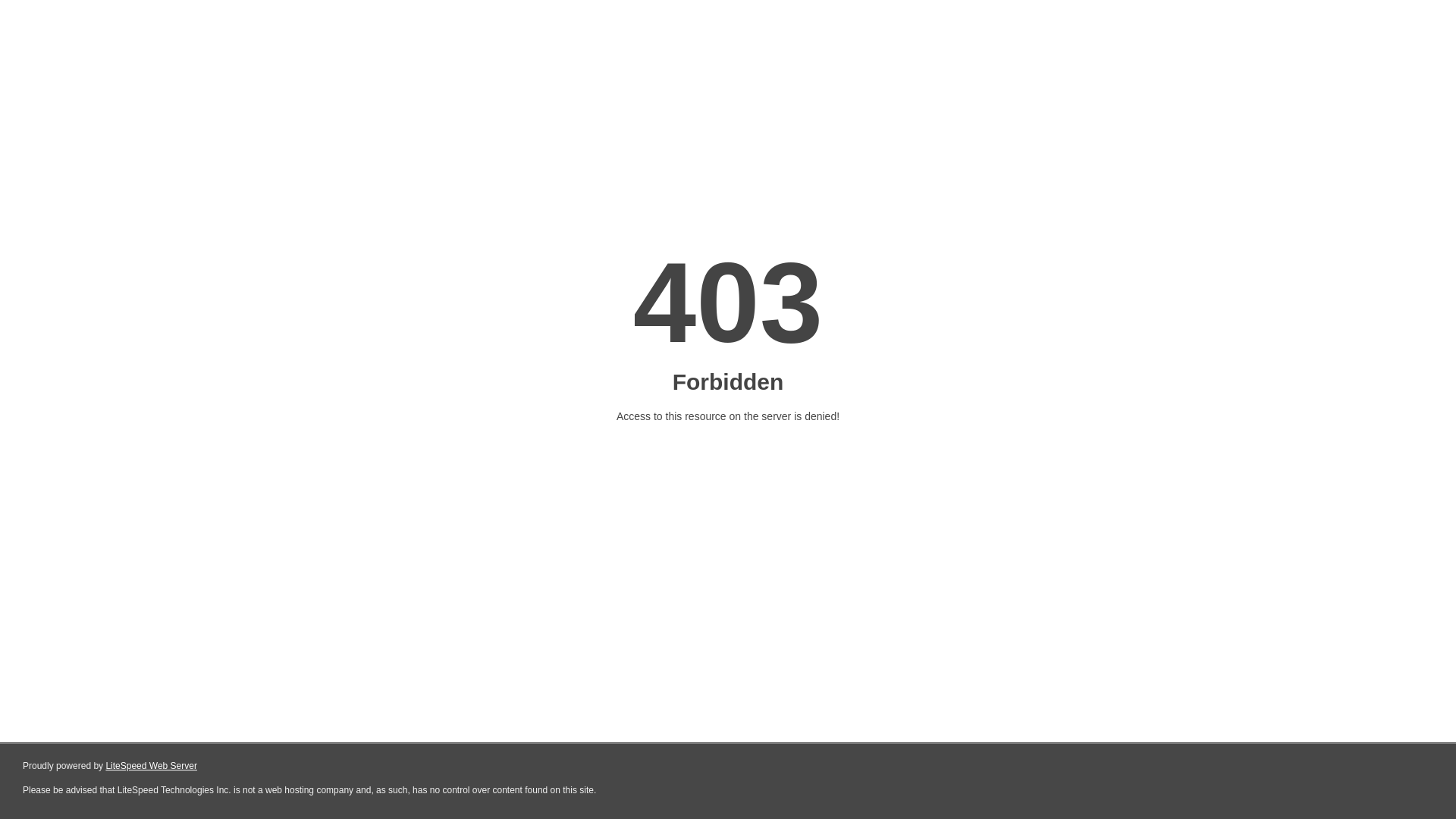 This screenshot has width=1456, height=819. Describe the element at coordinates (151, 766) in the screenshot. I see `'LiteSpeed Web Server'` at that location.